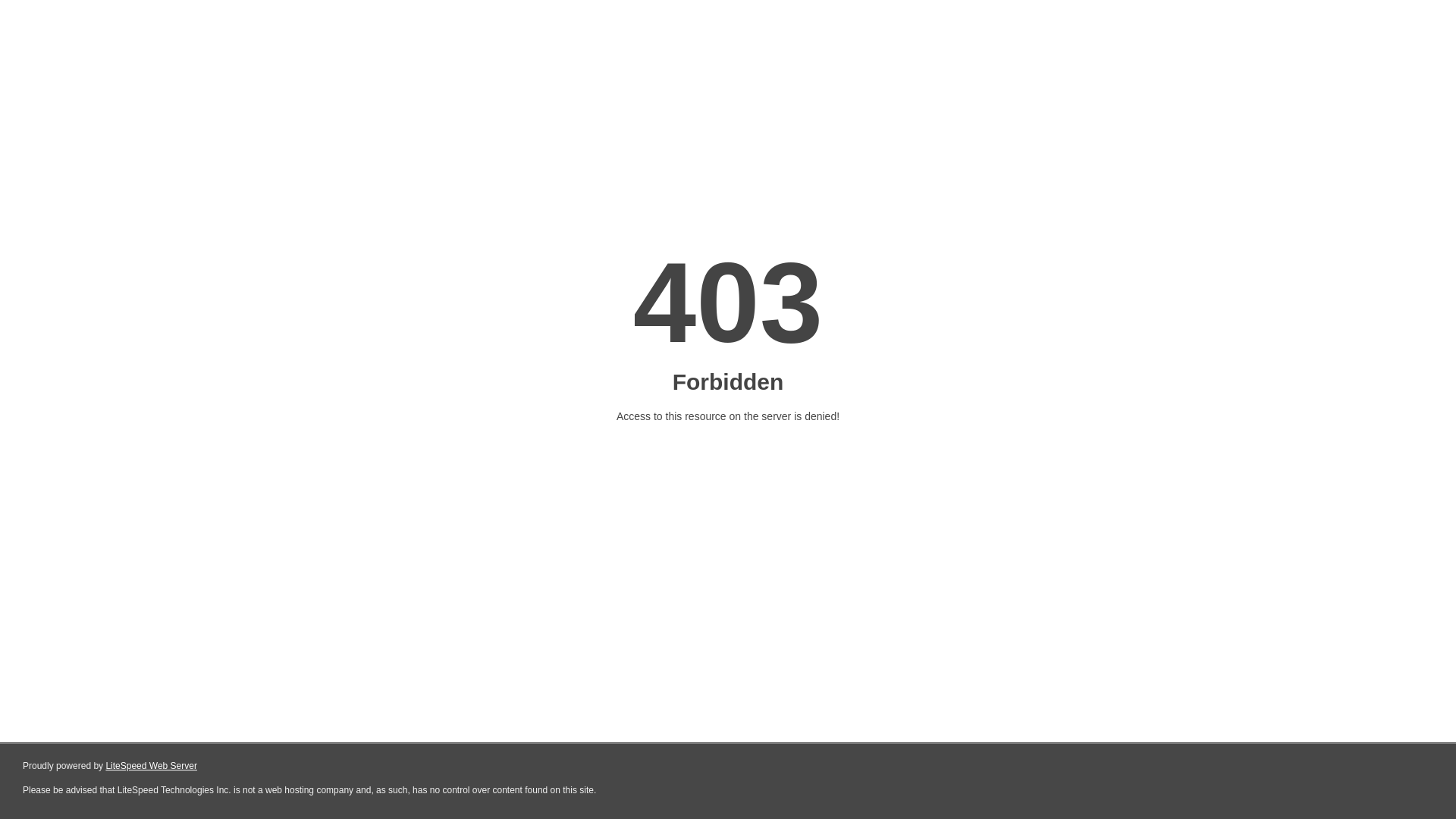 This screenshot has width=1456, height=819. Describe the element at coordinates (151, 766) in the screenshot. I see `'LiteSpeed Web Server'` at that location.